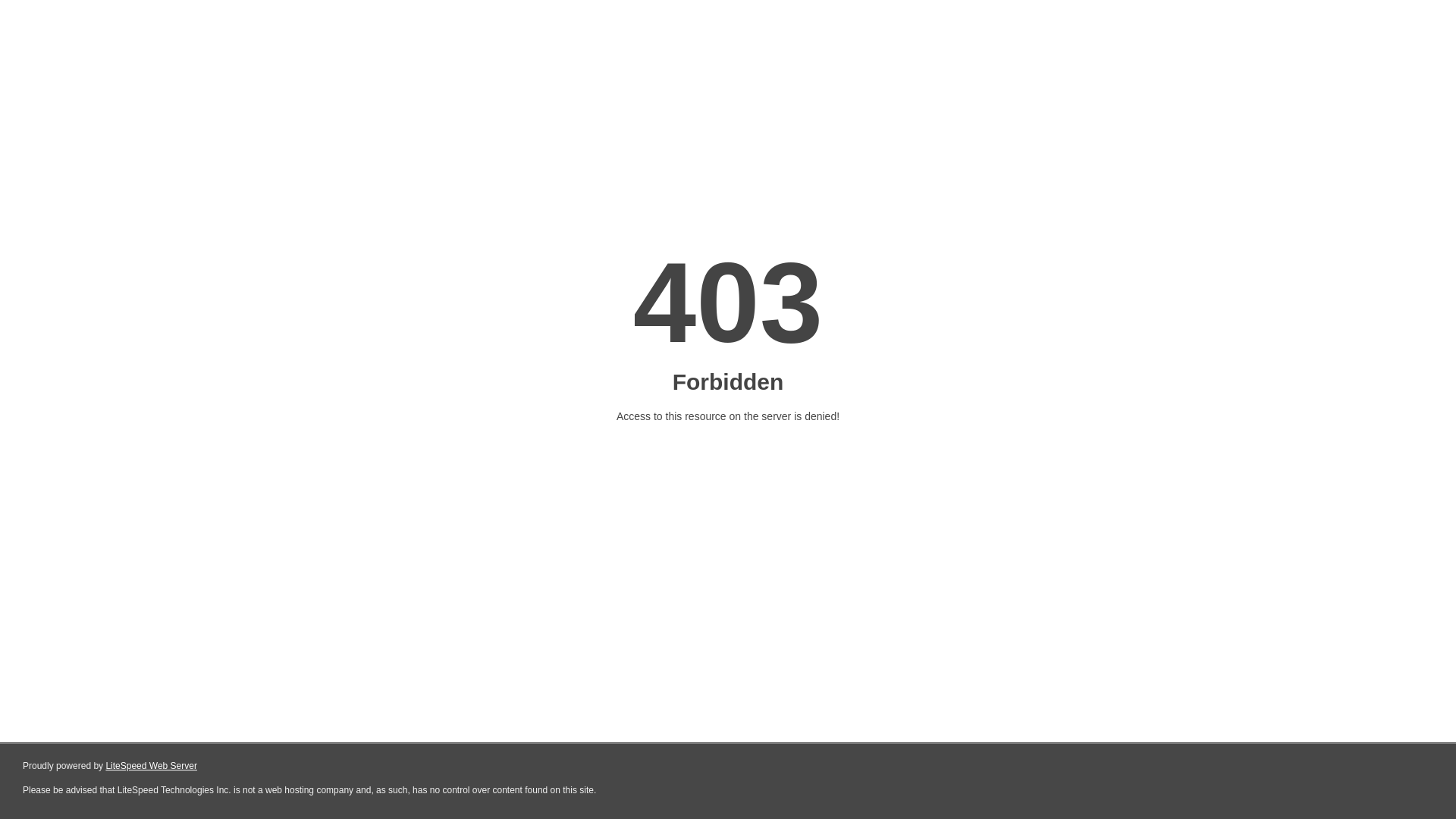 This screenshot has width=1456, height=819. Describe the element at coordinates (151, 766) in the screenshot. I see `'LiteSpeed Web Server'` at that location.